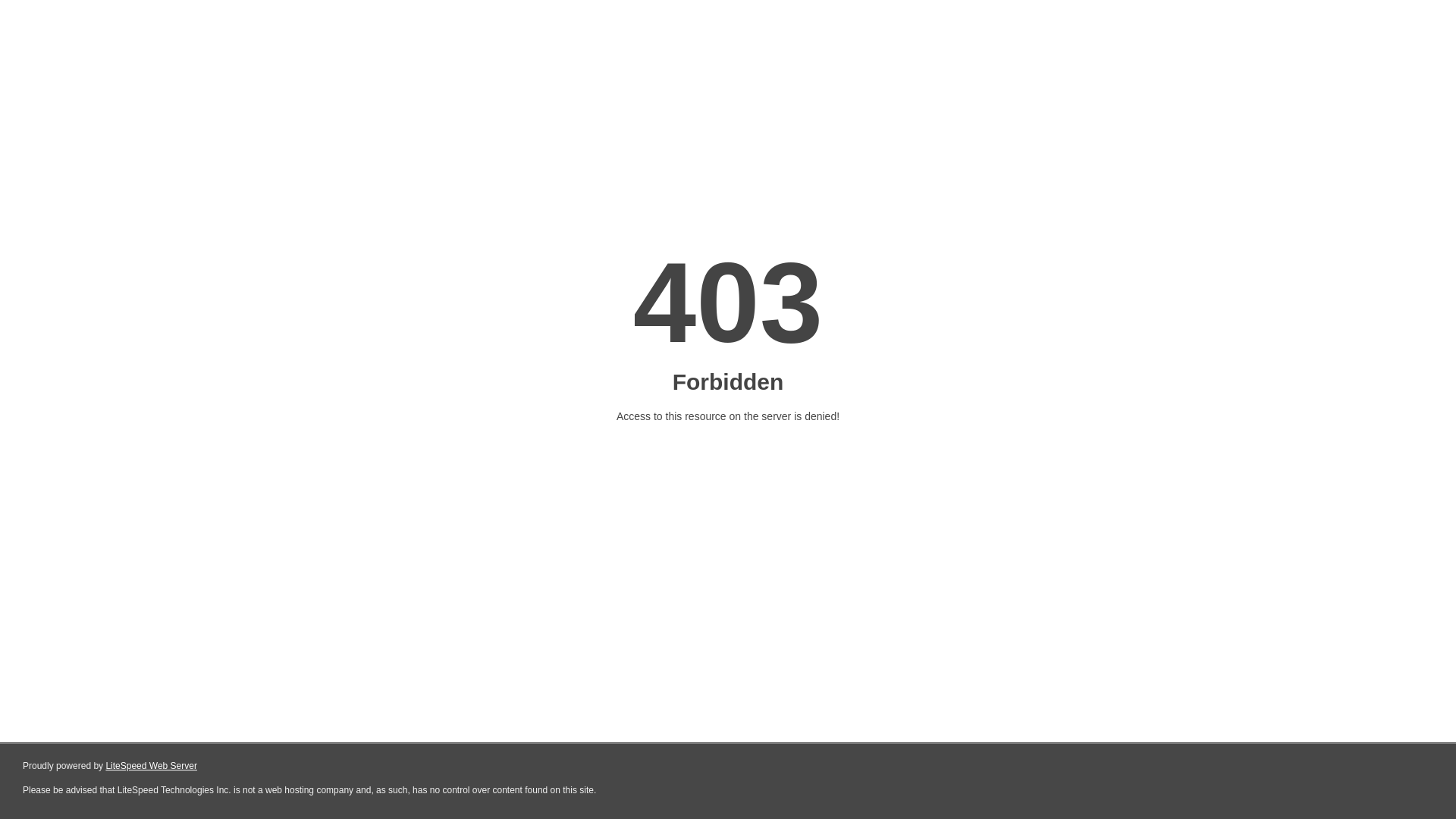 This screenshot has width=1456, height=819. Describe the element at coordinates (151, 766) in the screenshot. I see `'LiteSpeed Web Server'` at that location.